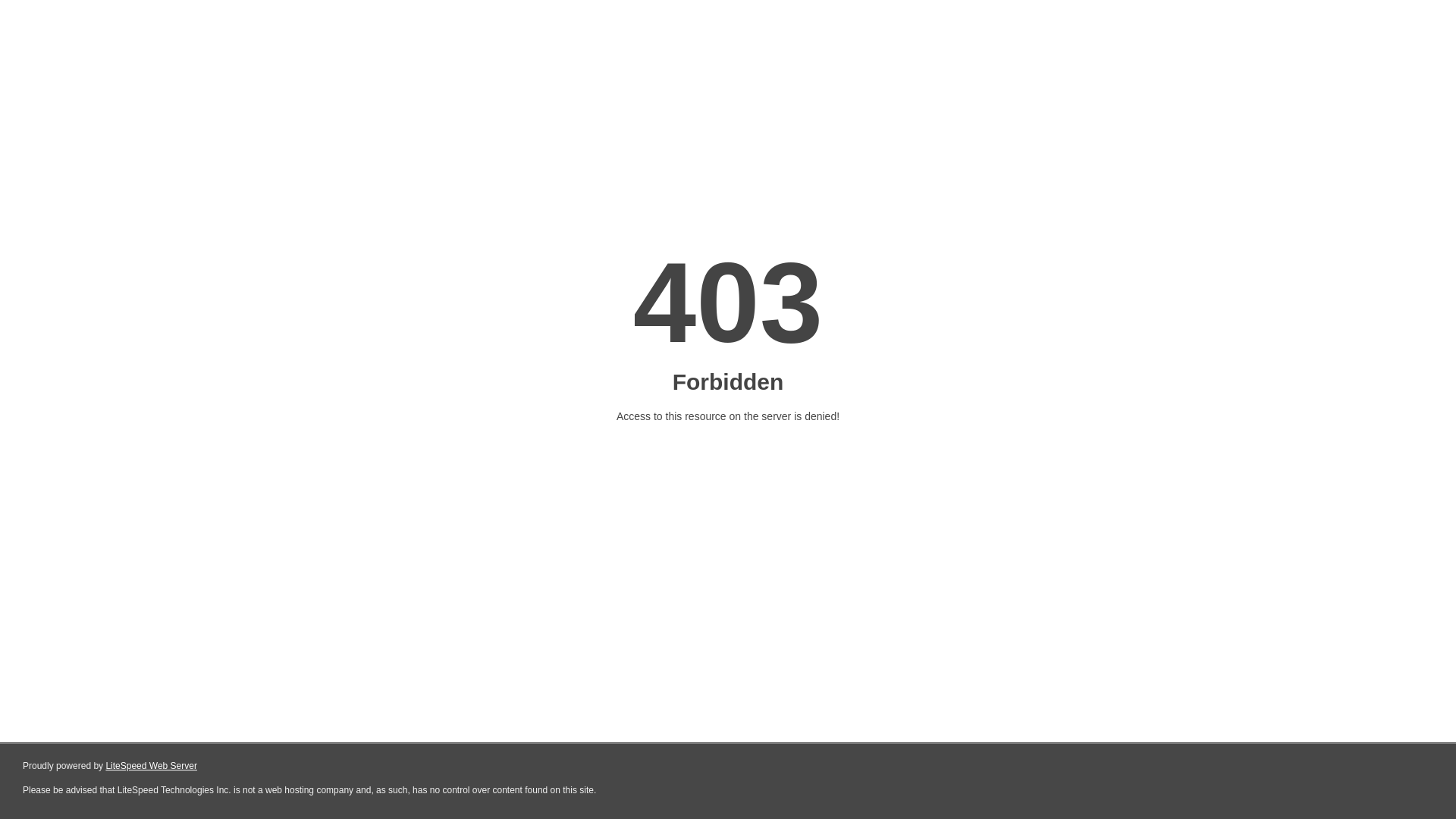 This screenshot has width=1456, height=819. Describe the element at coordinates (151, 766) in the screenshot. I see `'LiteSpeed Web Server'` at that location.